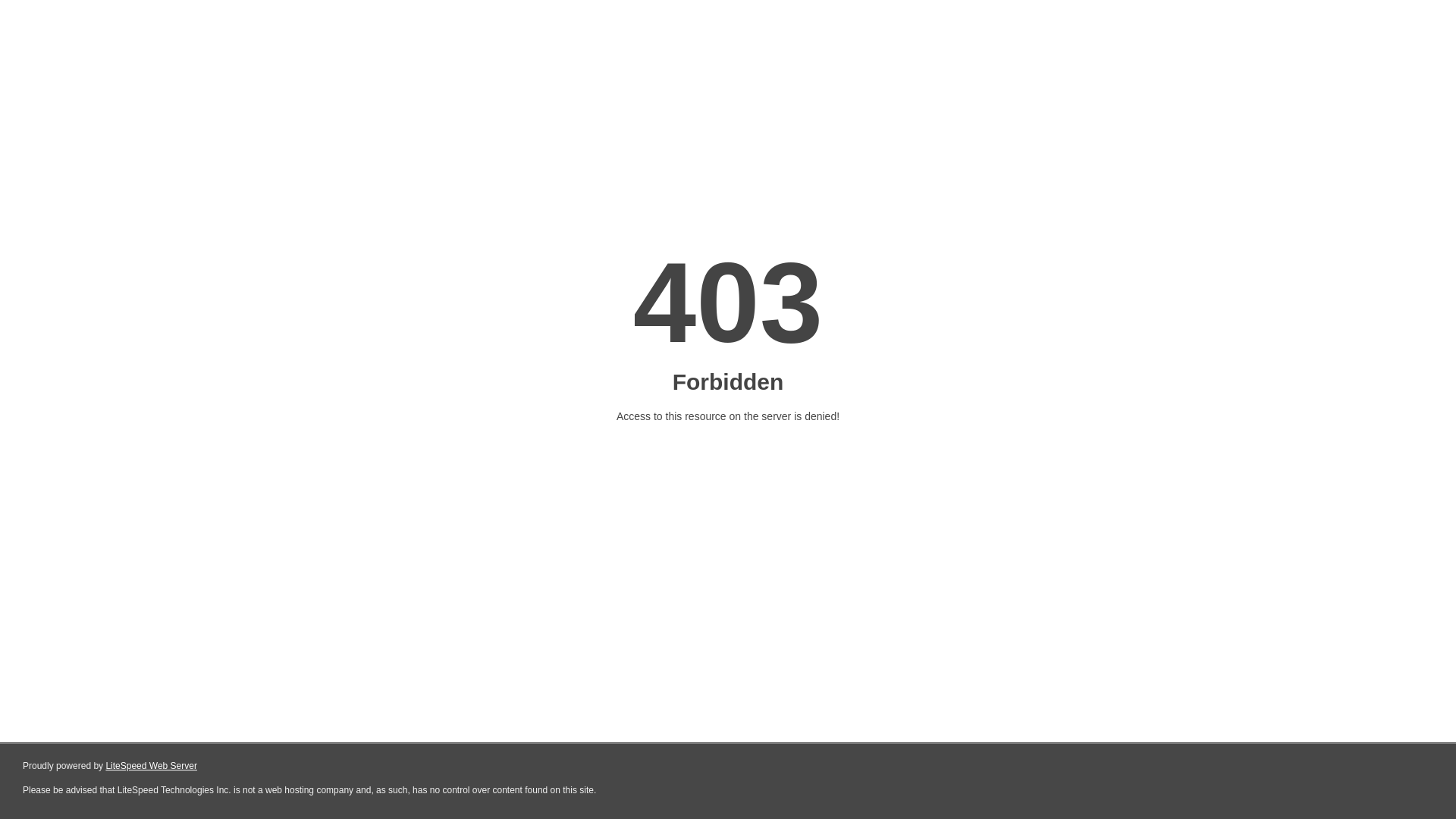 This screenshot has width=1456, height=819. Describe the element at coordinates (151, 766) in the screenshot. I see `'LiteSpeed Web Server'` at that location.